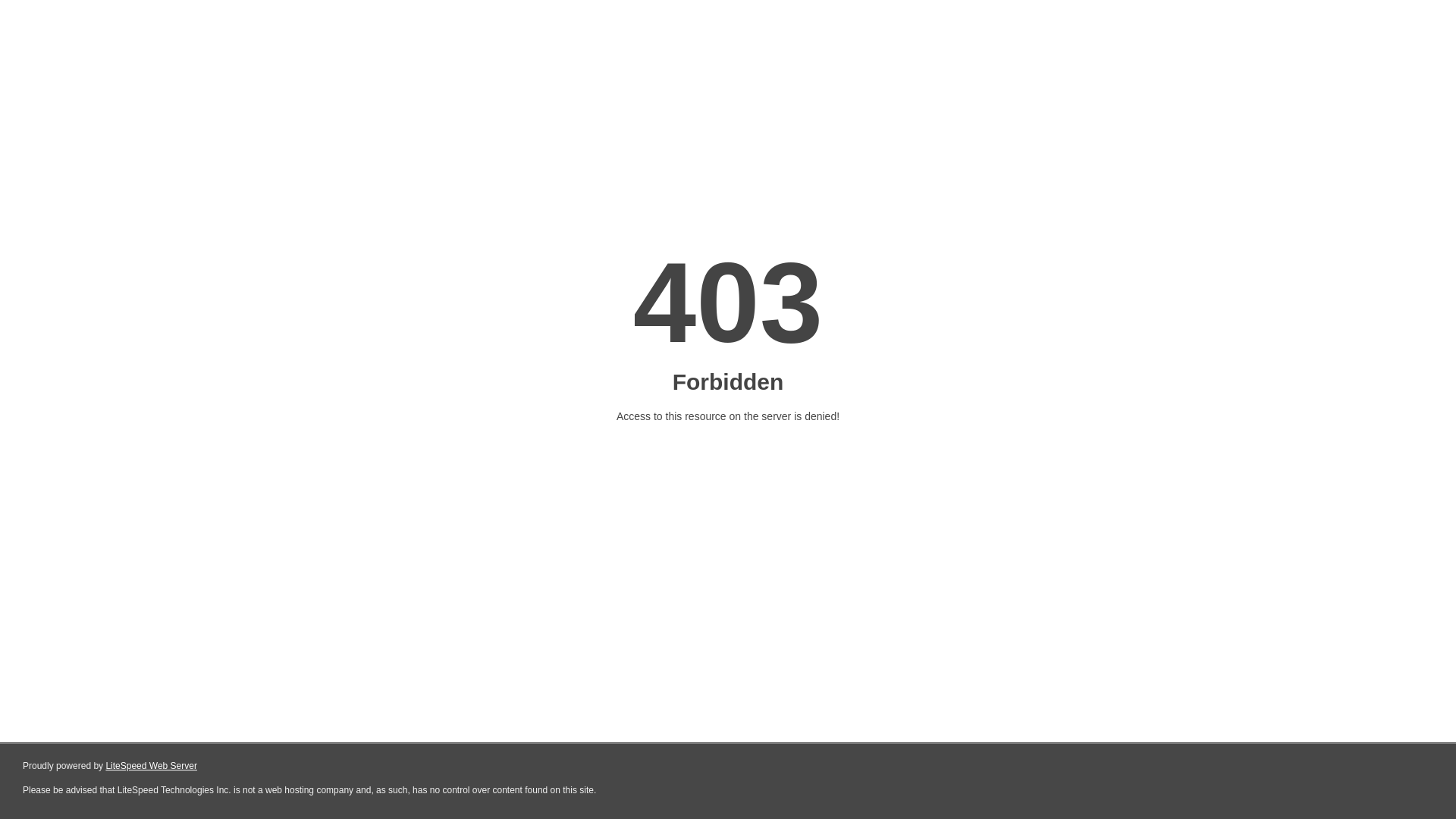 This screenshot has width=1456, height=819. Describe the element at coordinates (151, 766) in the screenshot. I see `'LiteSpeed Web Server'` at that location.